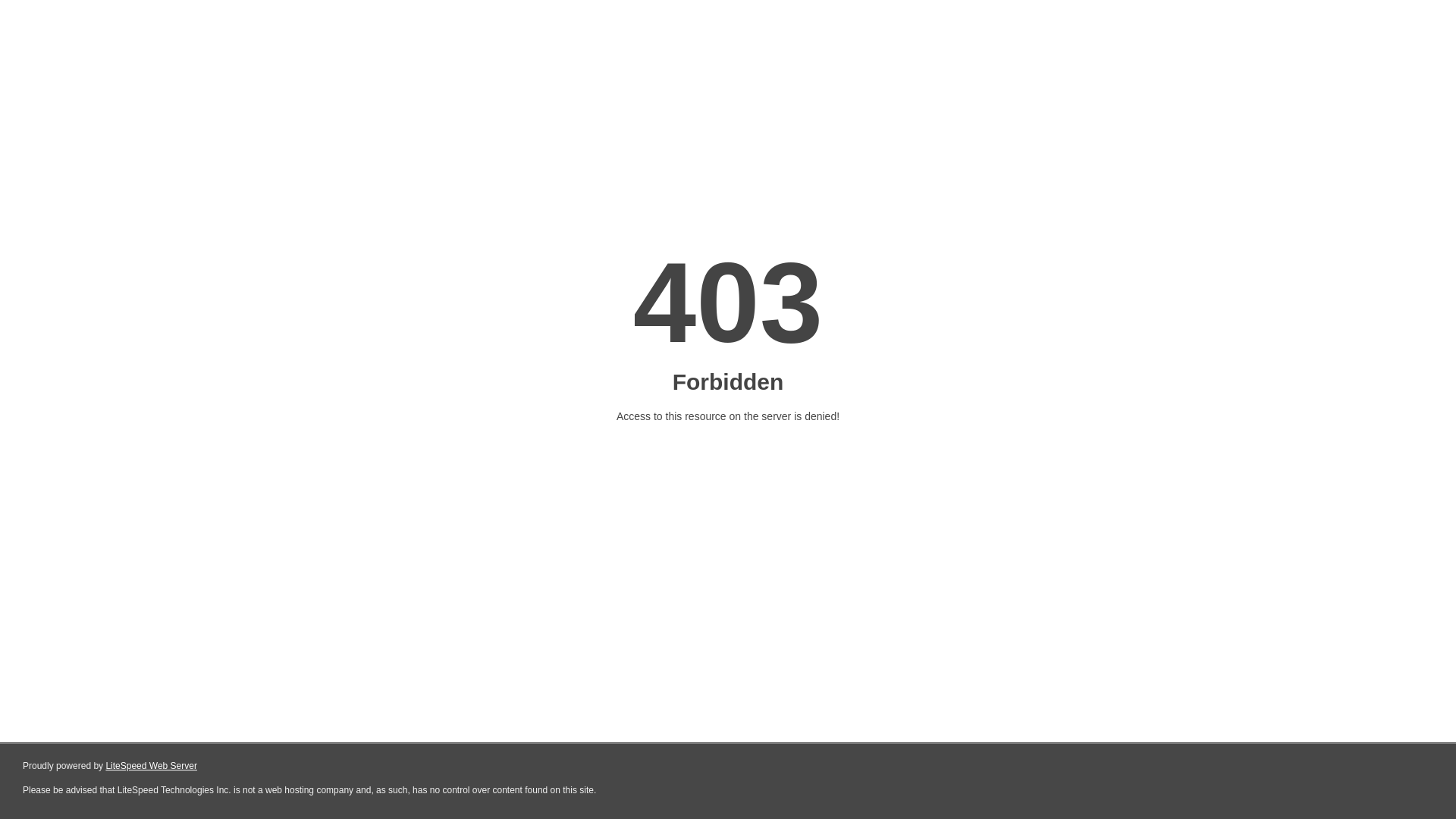 This screenshot has width=1456, height=819. Describe the element at coordinates (151, 766) in the screenshot. I see `'LiteSpeed Web Server'` at that location.